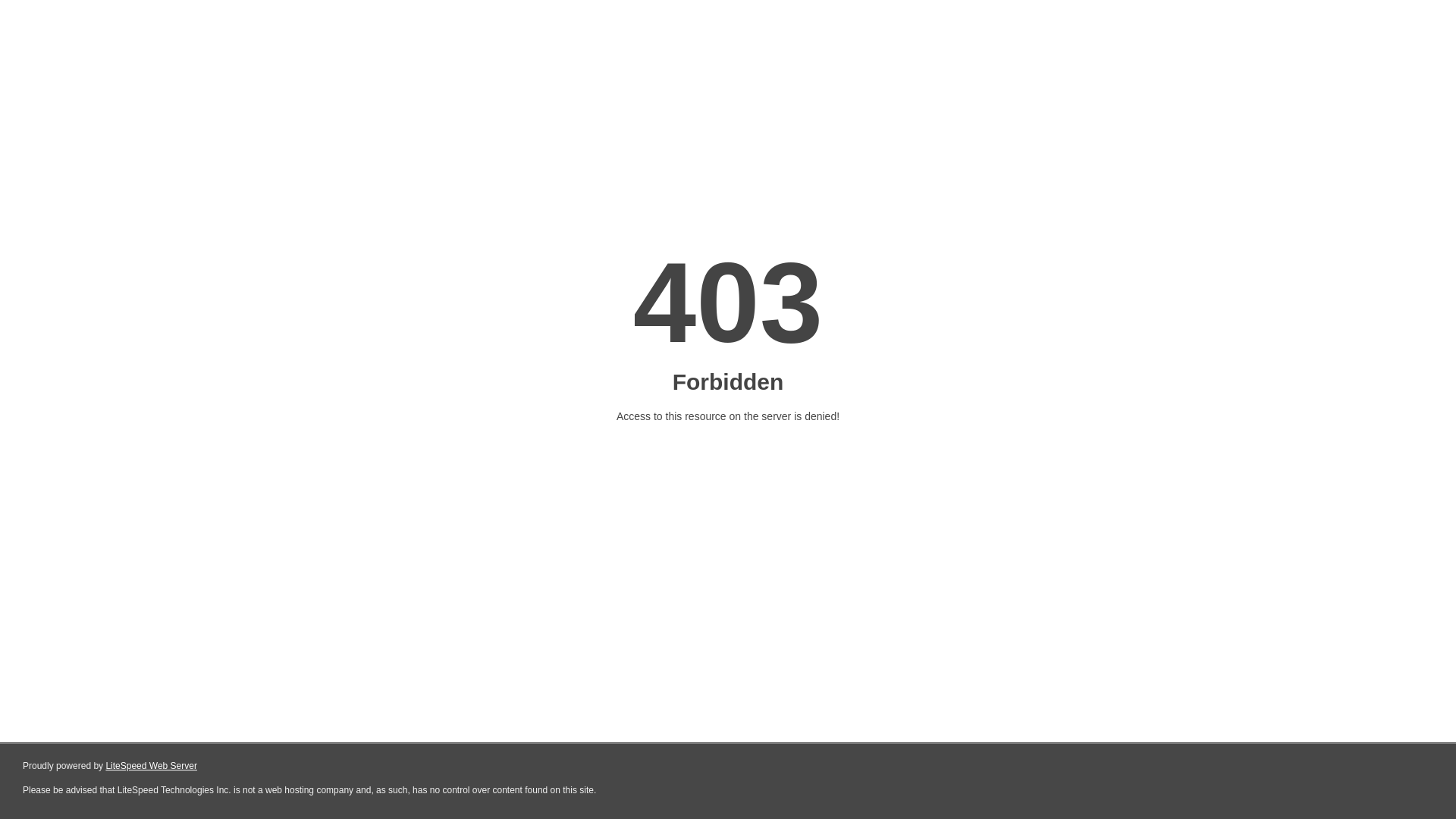 This screenshot has width=1456, height=819. Describe the element at coordinates (151, 766) in the screenshot. I see `'LiteSpeed Web Server'` at that location.